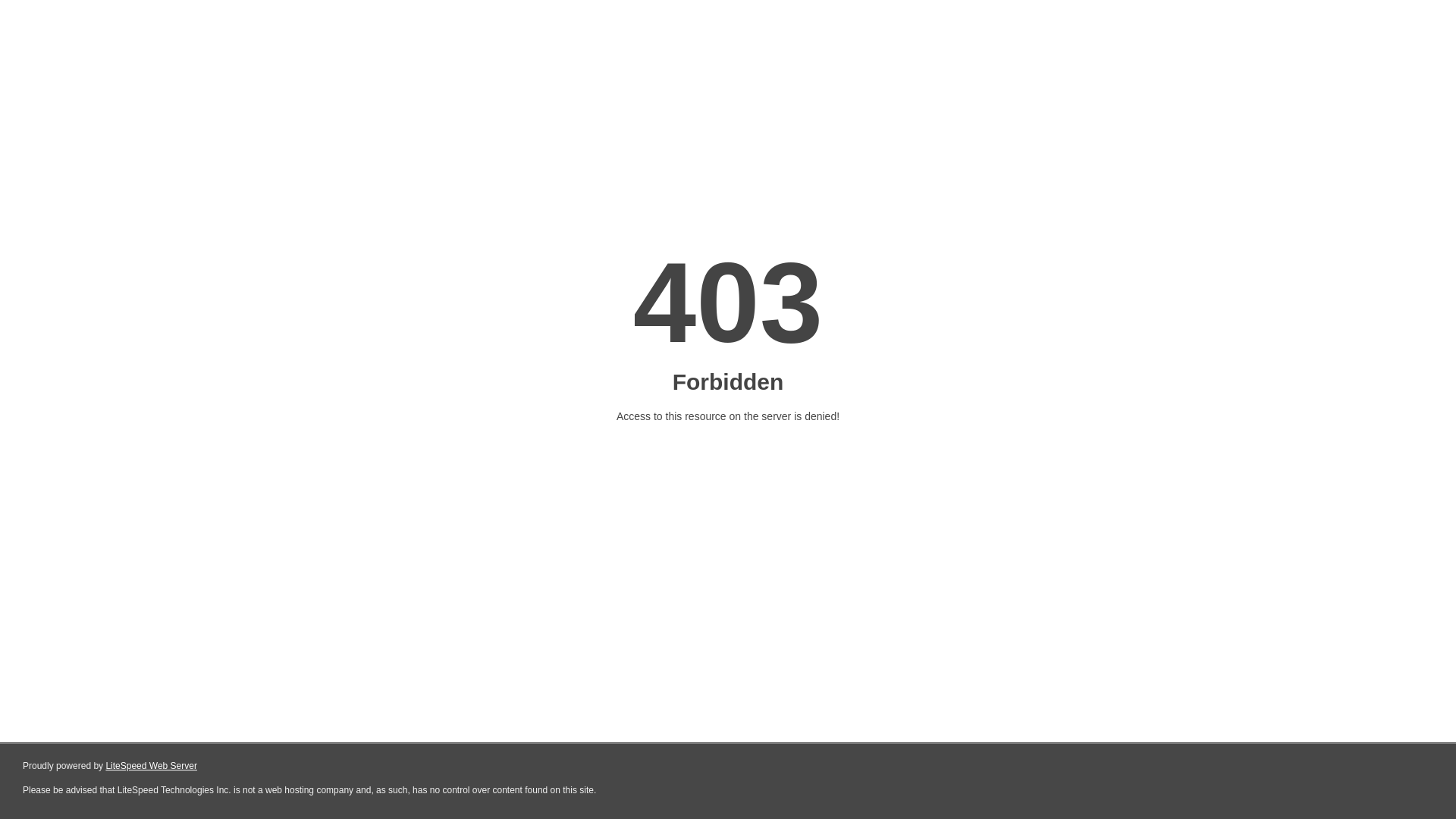 This screenshot has width=1456, height=819. Describe the element at coordinates (151, 766) in the screenshot. I see `'LiteSpeed Web Server'` at that location.